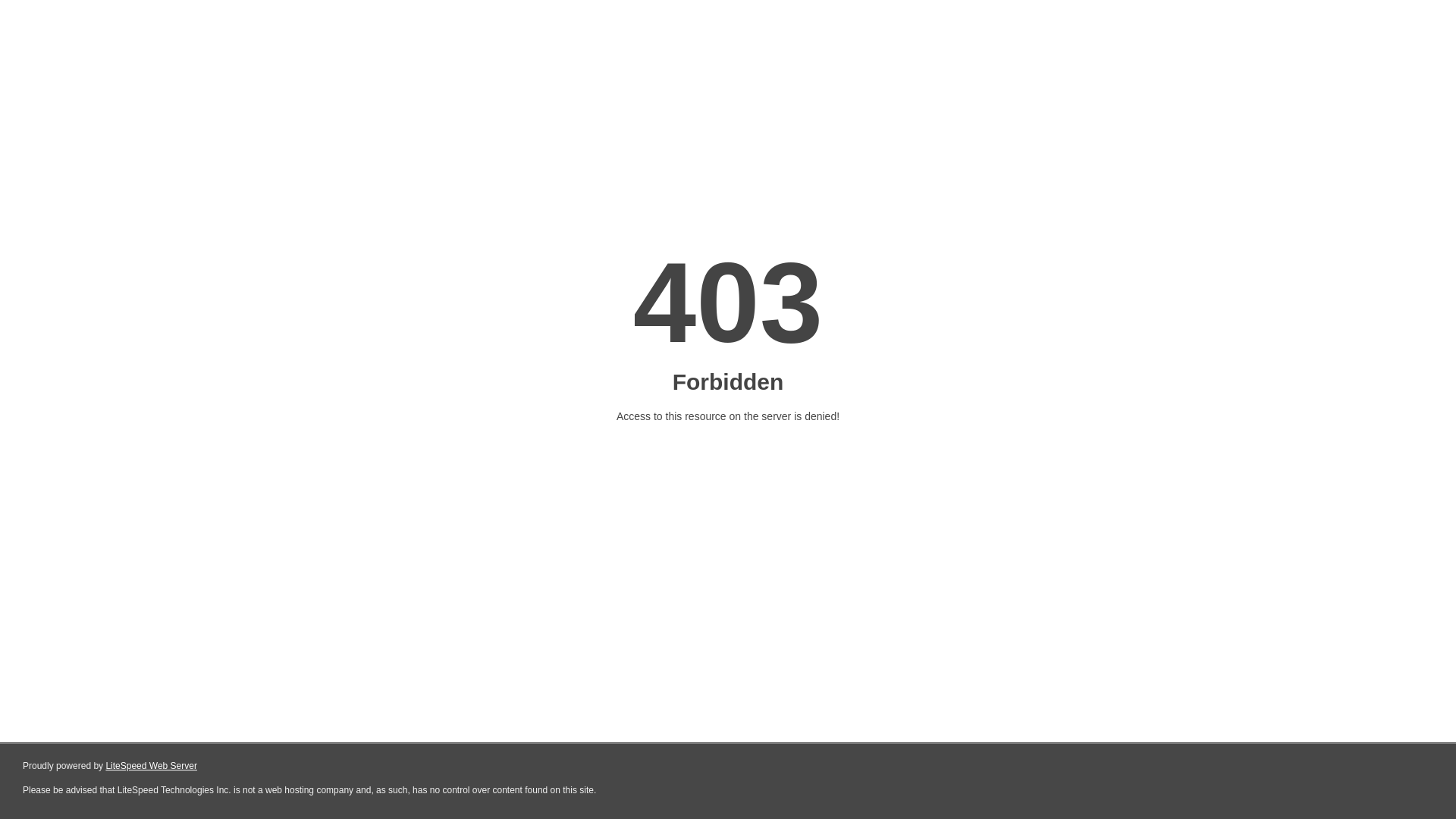 This screenshot has width=1456, height=819. Describe the element at coordinates (151, 766) in the screenshot. I see `'LiteSpeed Web Server'` at that location.